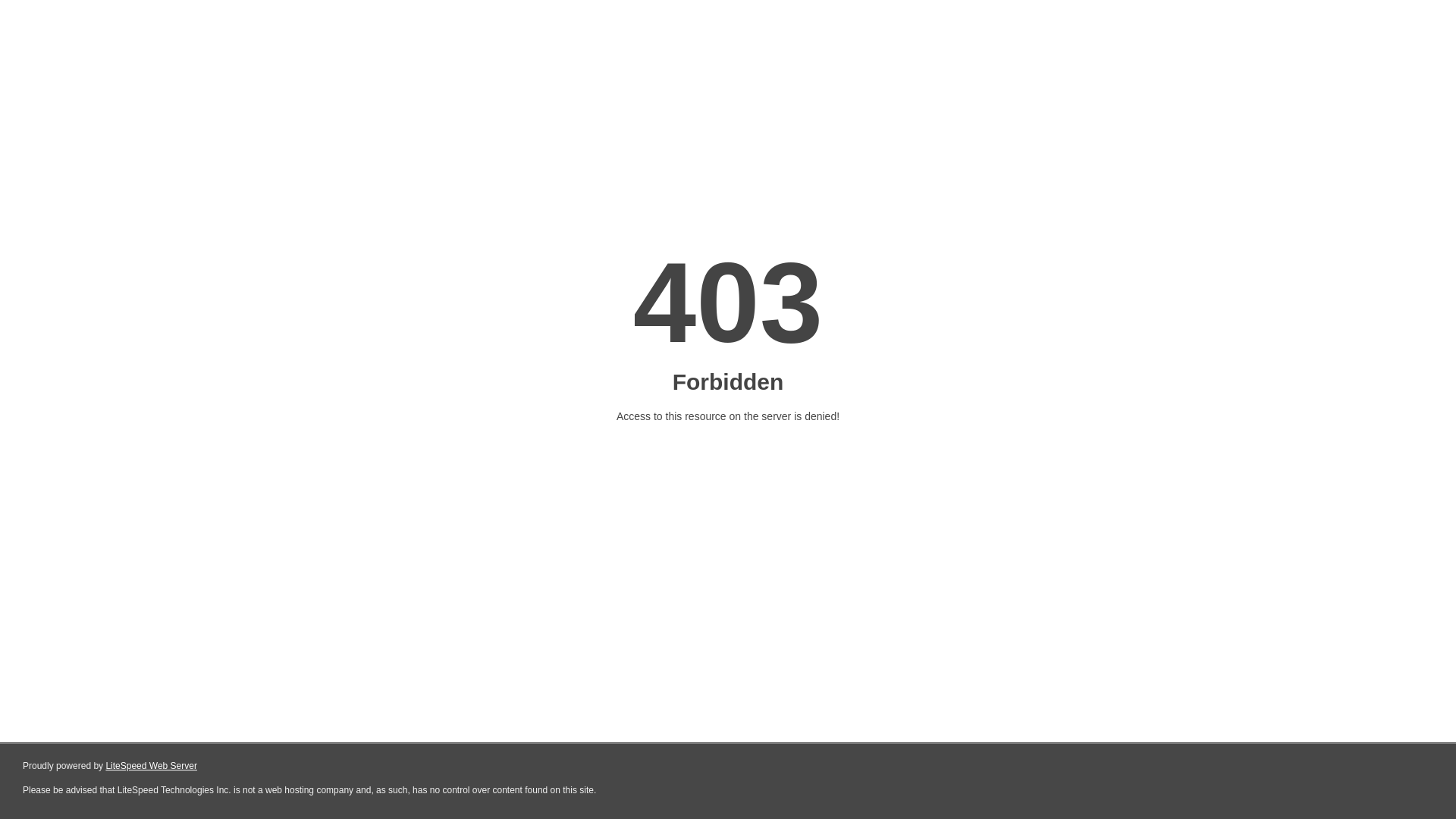 This screenshot has width=1456, height=819. Describe the element at coordinates (151, 766) in the screenshot. I see `'LiteSpeed Web Server'` at that location.